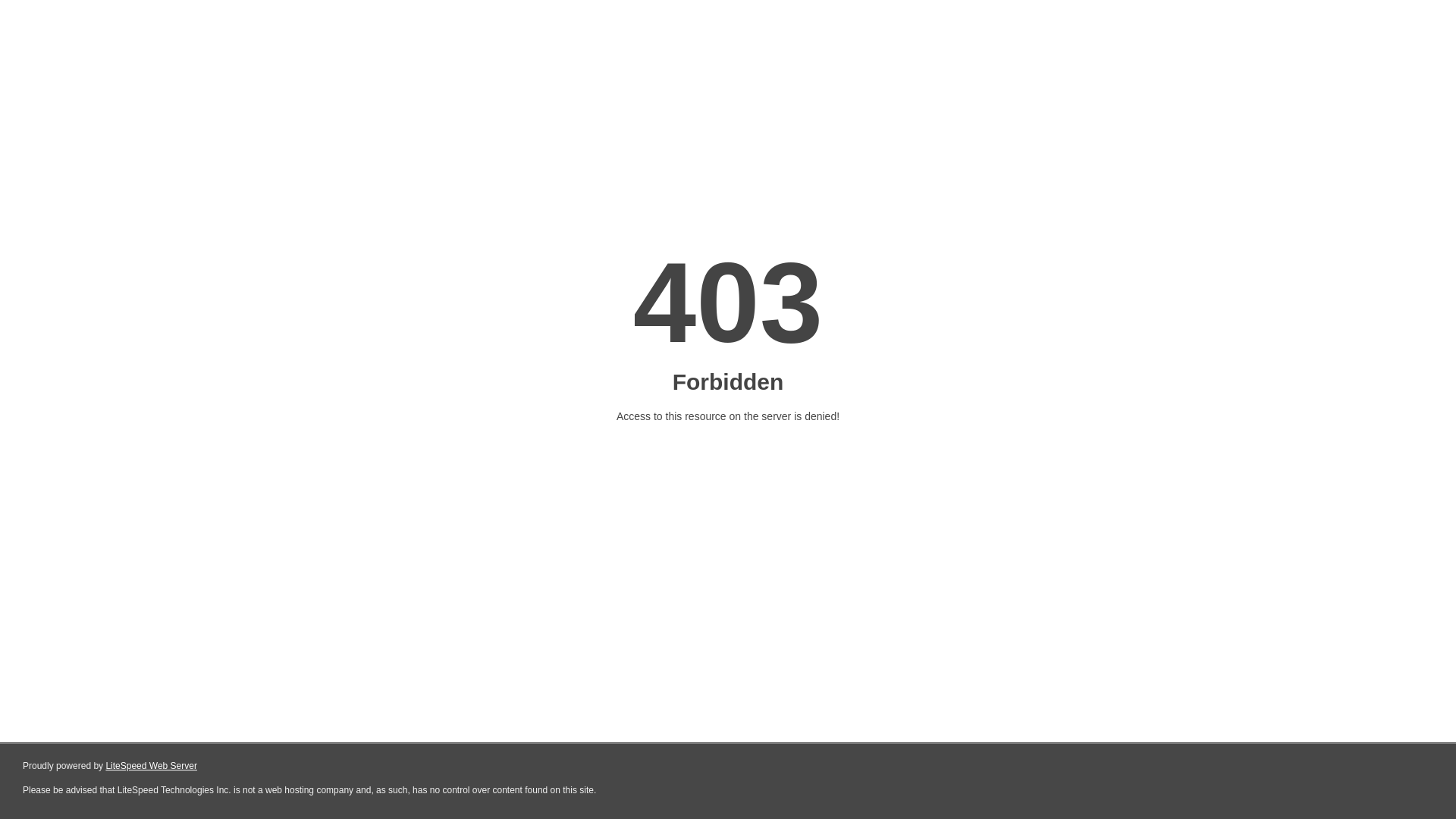 This screenshot has width=1456, height=819. Describe the element at coordinates (151, 766) in the screenshot. I see `'LiteSpeed Web Server'` at that location.